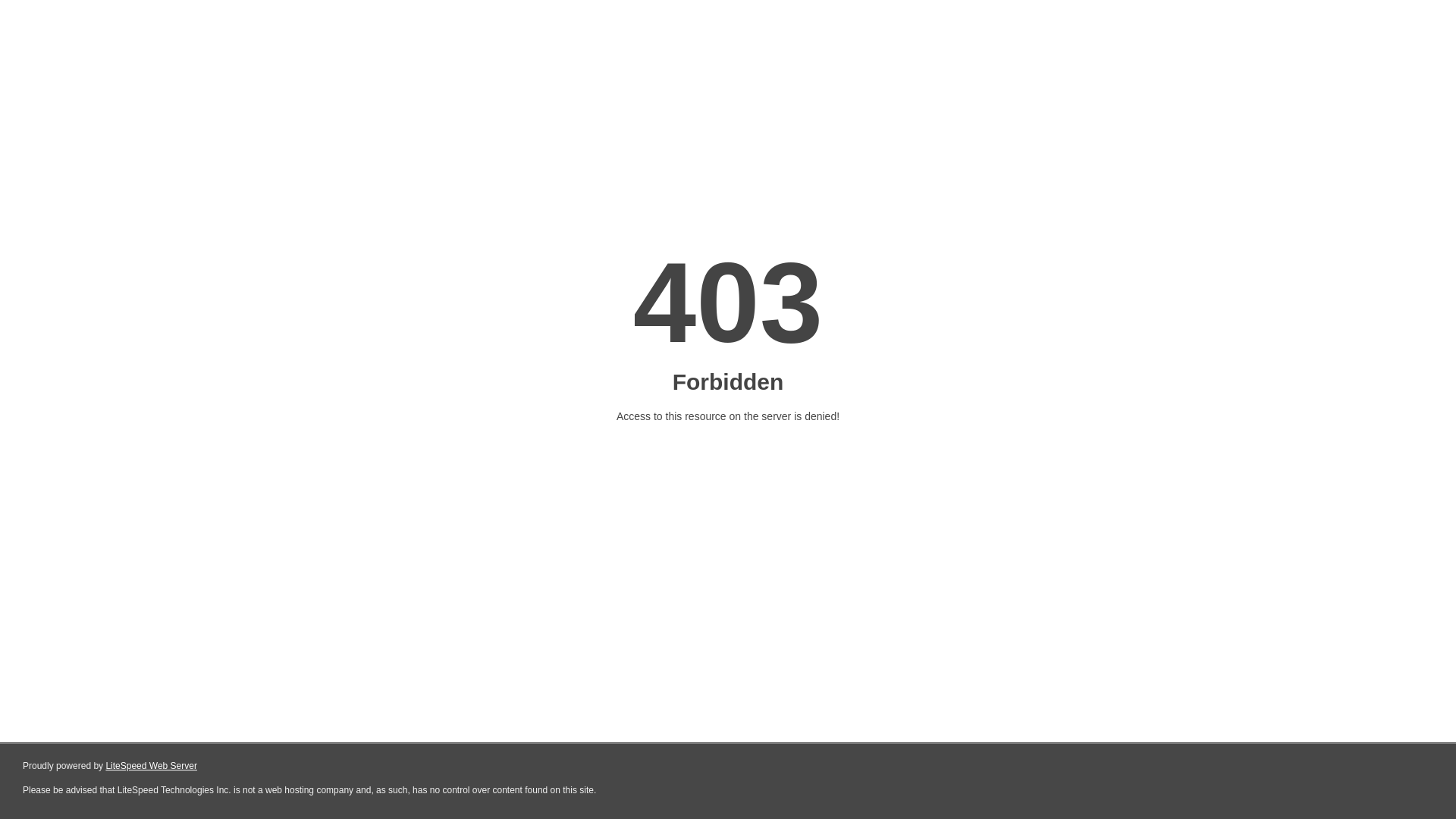 This screenshot has width=1456, height=819. Describe the element at coordinates (151, 766) in the screenshot. I see `'LiteSpeed Web Server'` at that location.